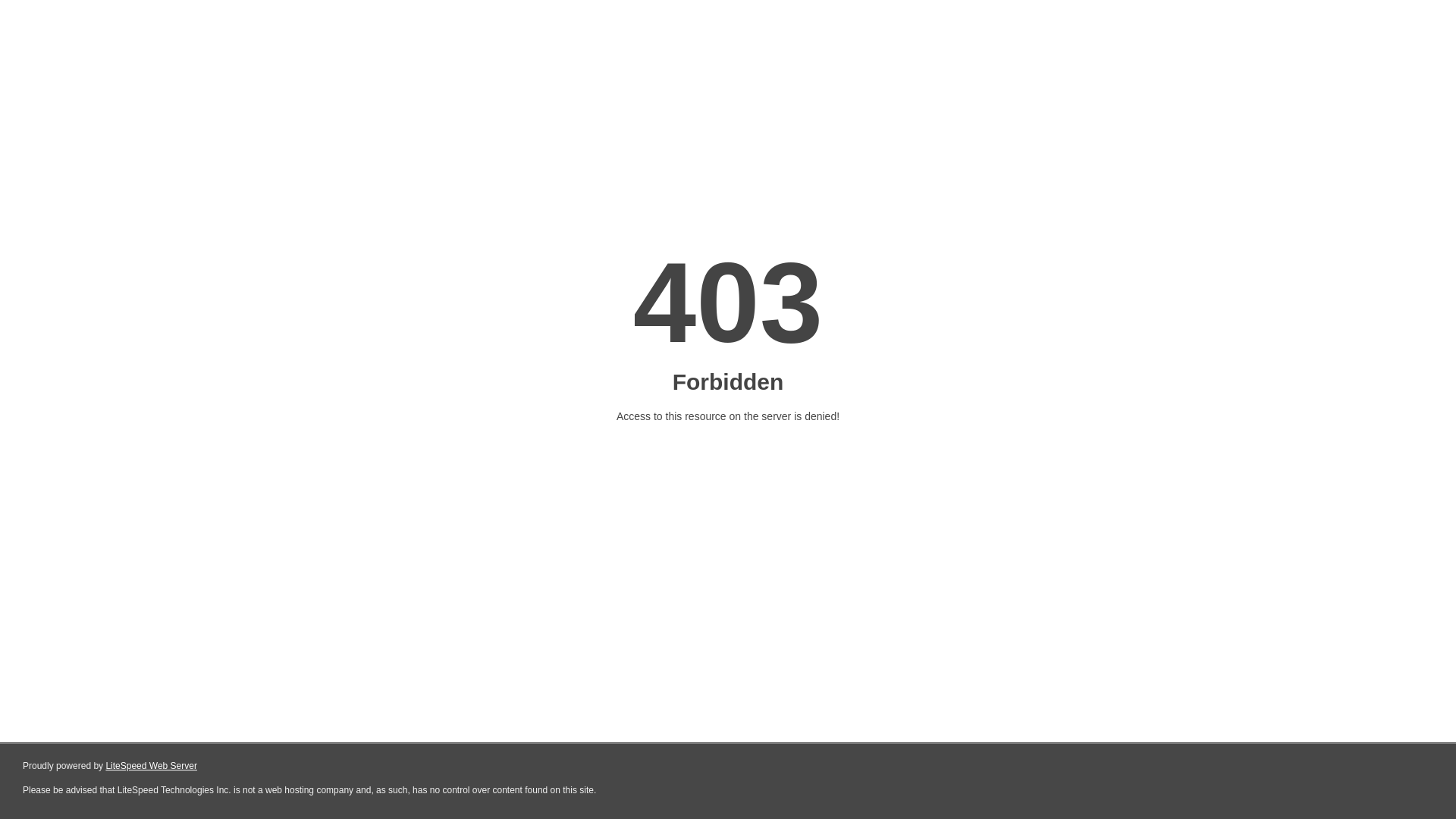 This screenshot has width=1456, height=819. Describe the element at coordinates (151, 766) in the screenshot. I see `'LiteSpeed Web Server'` at that location.